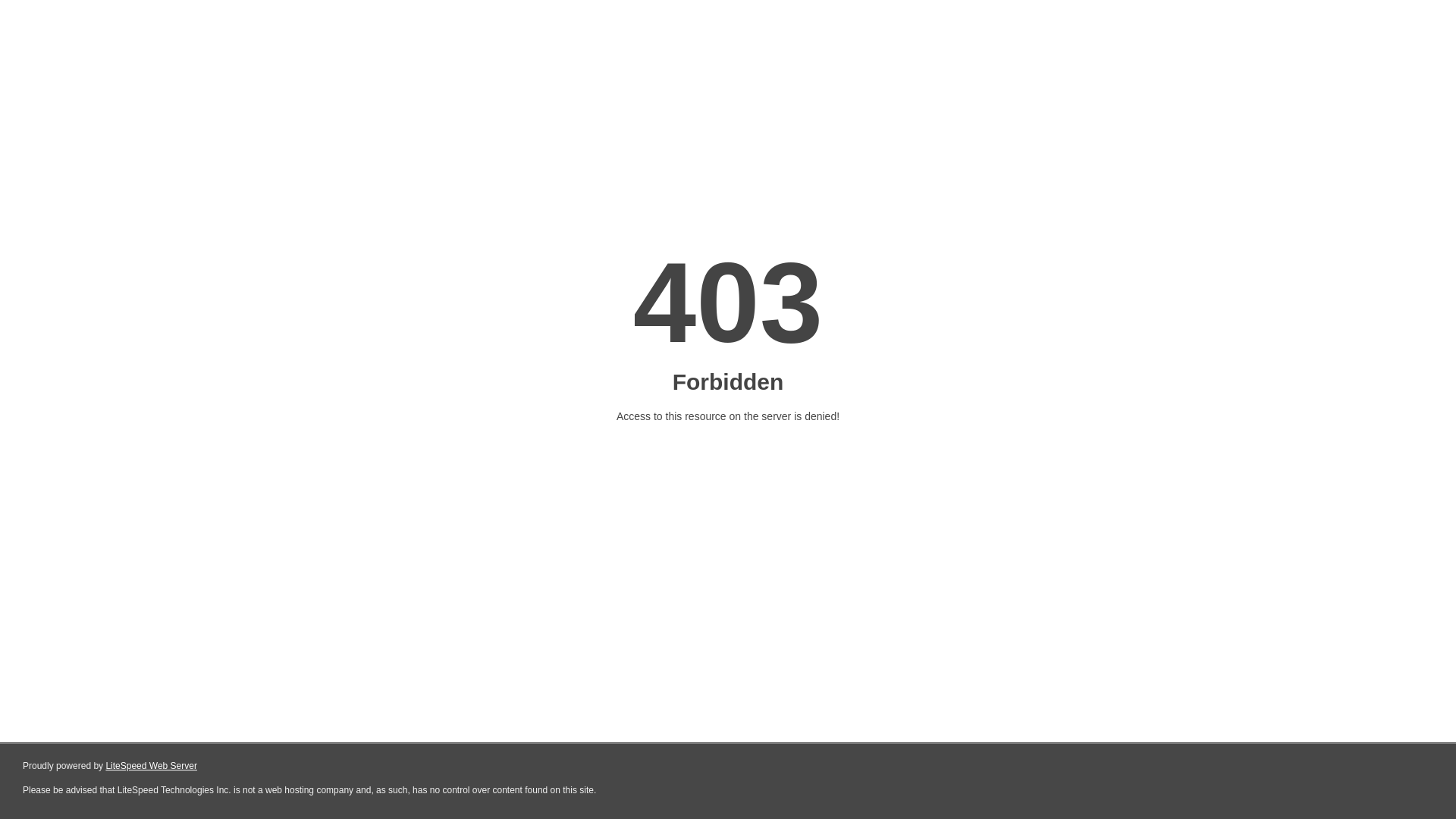 This screenshot has width=1456, height=819. Describe the element at coordinates (151, 766) in the screenshot. I see `'LiteSpeed Web Server'` at that location.